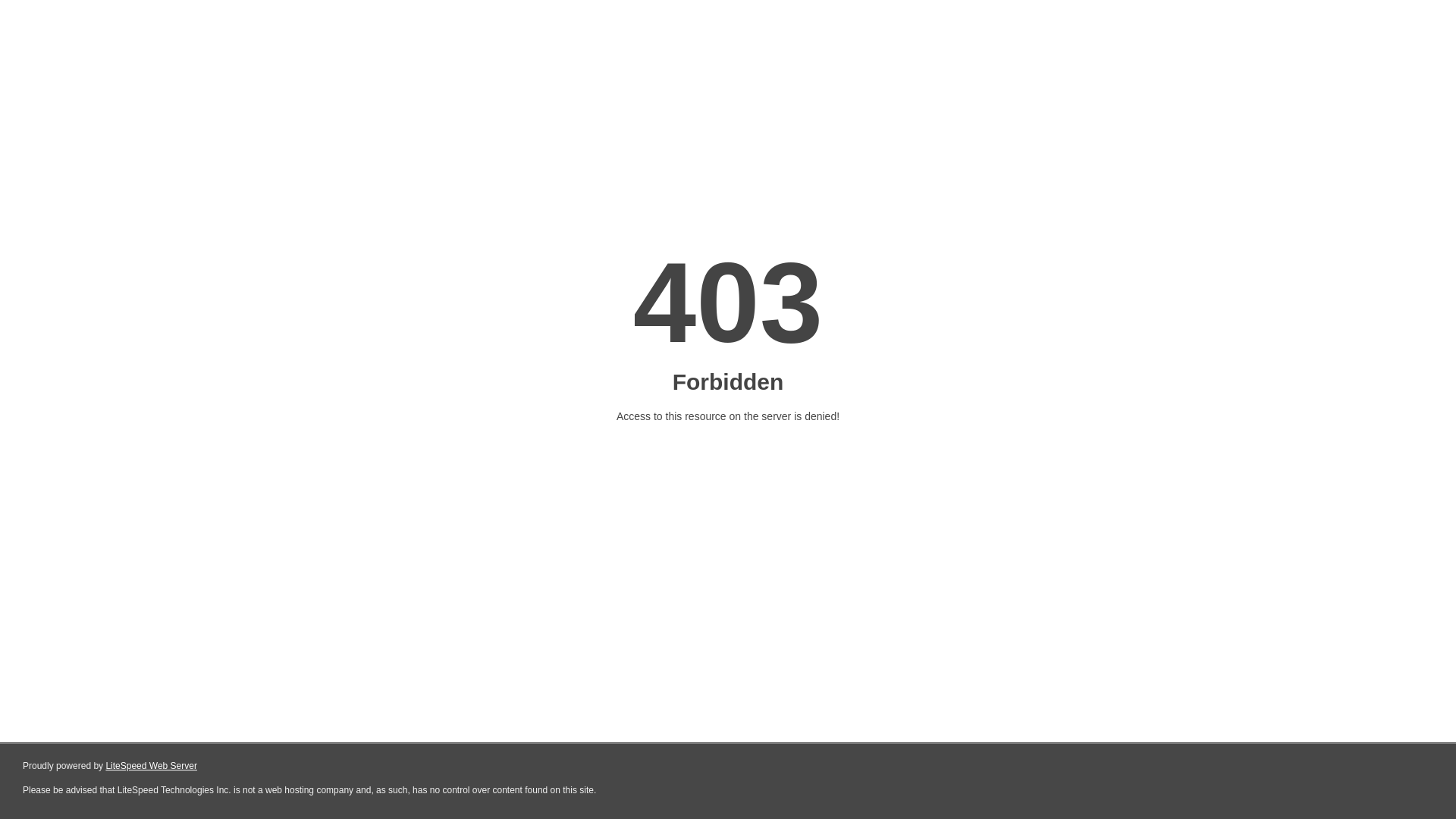 This screenshot has width=1456, height=819. Describe the element at coordinates (151, 766) in the screenshot. I see `'LiteSpeed Web Server'` at that location.